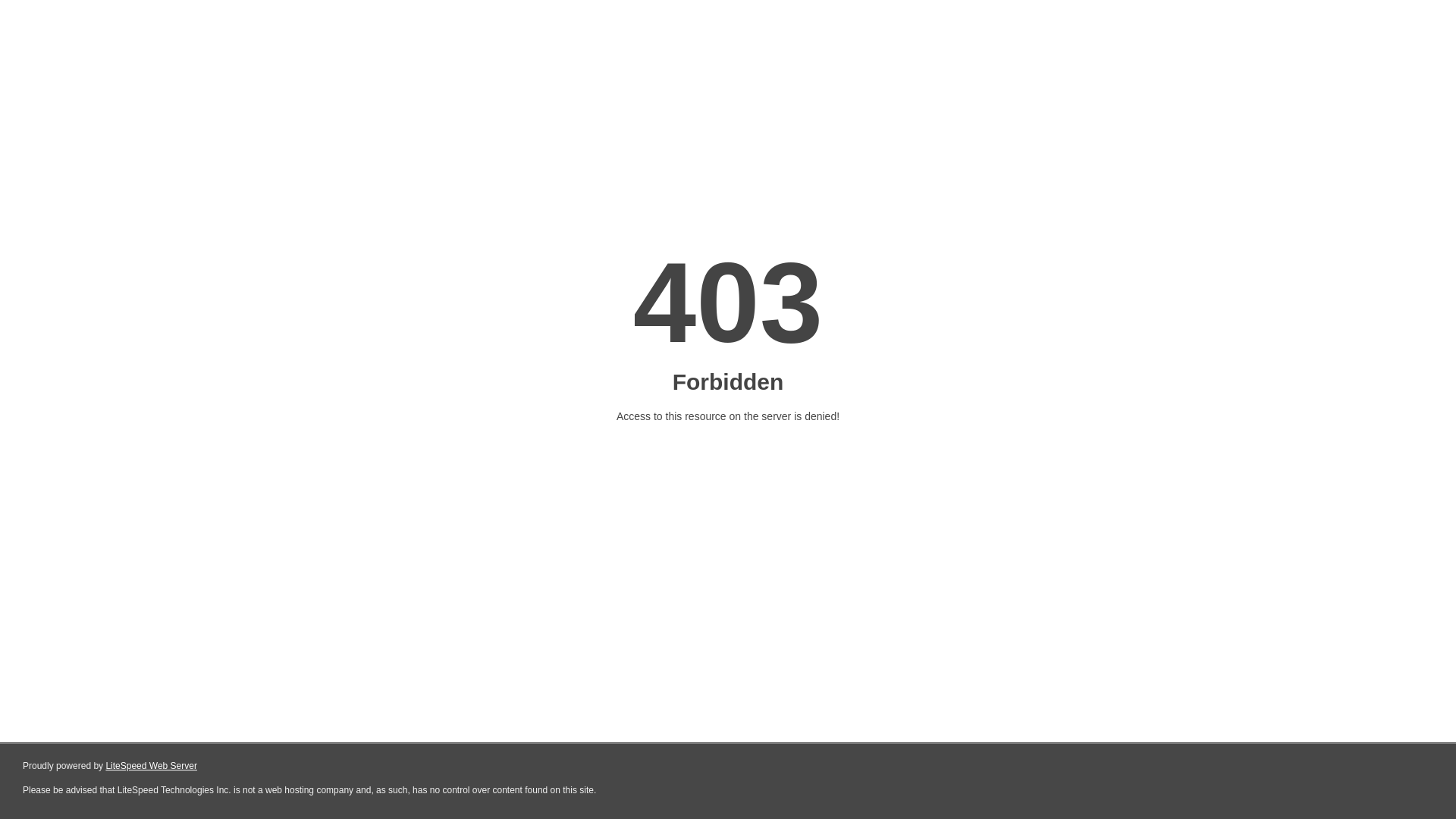 This screenshot has width=1456, height=819. Describe the element at coordinates (151, 766) in the screenshot. I see `'LiteSpeed Web Server'` at that location.